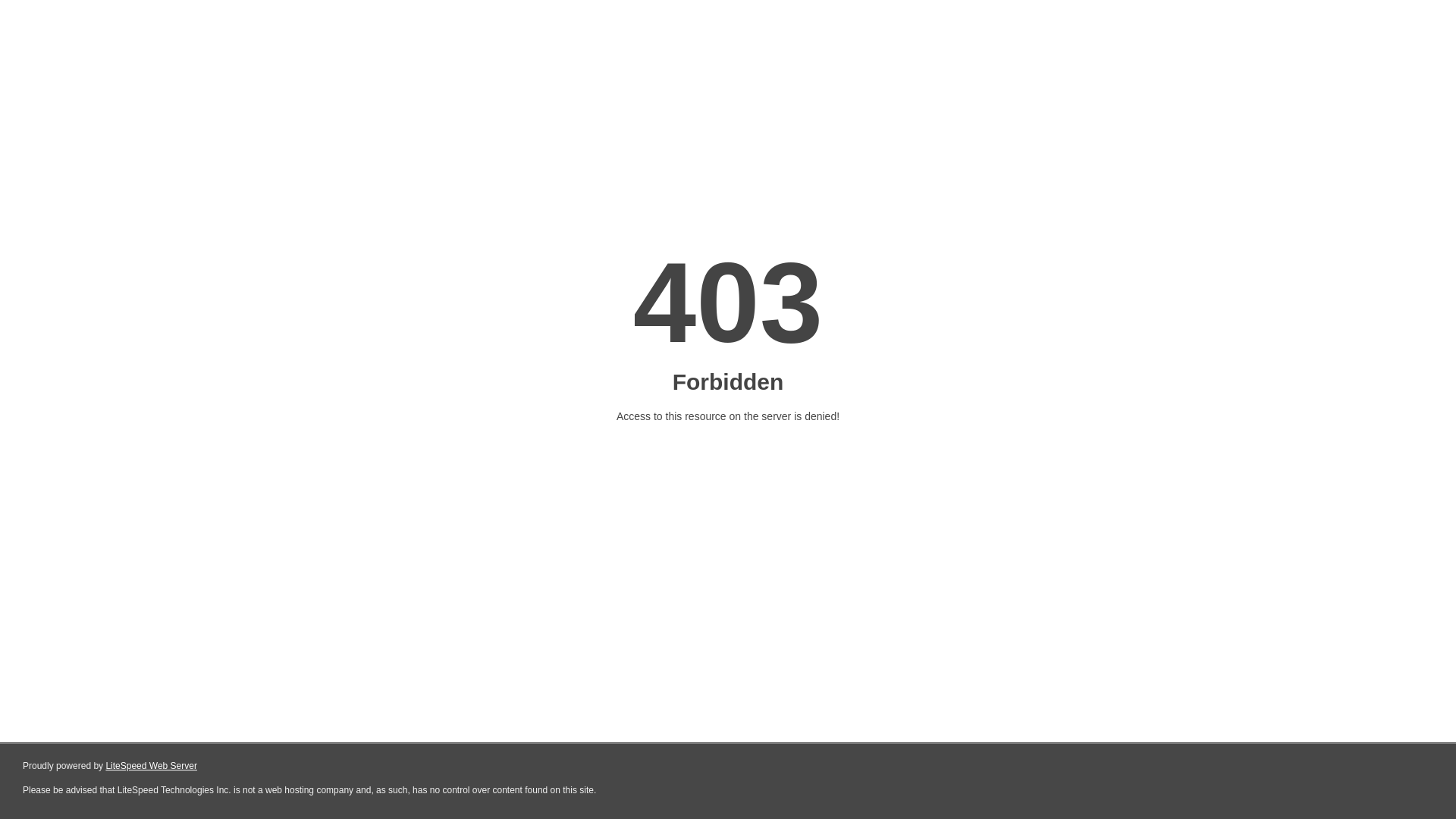 This screenshot has width=1456, height=819. Describe the element at coordinates (151, 766) in the screenshot. I see `'LiteSpeed Web Server'` at that location.